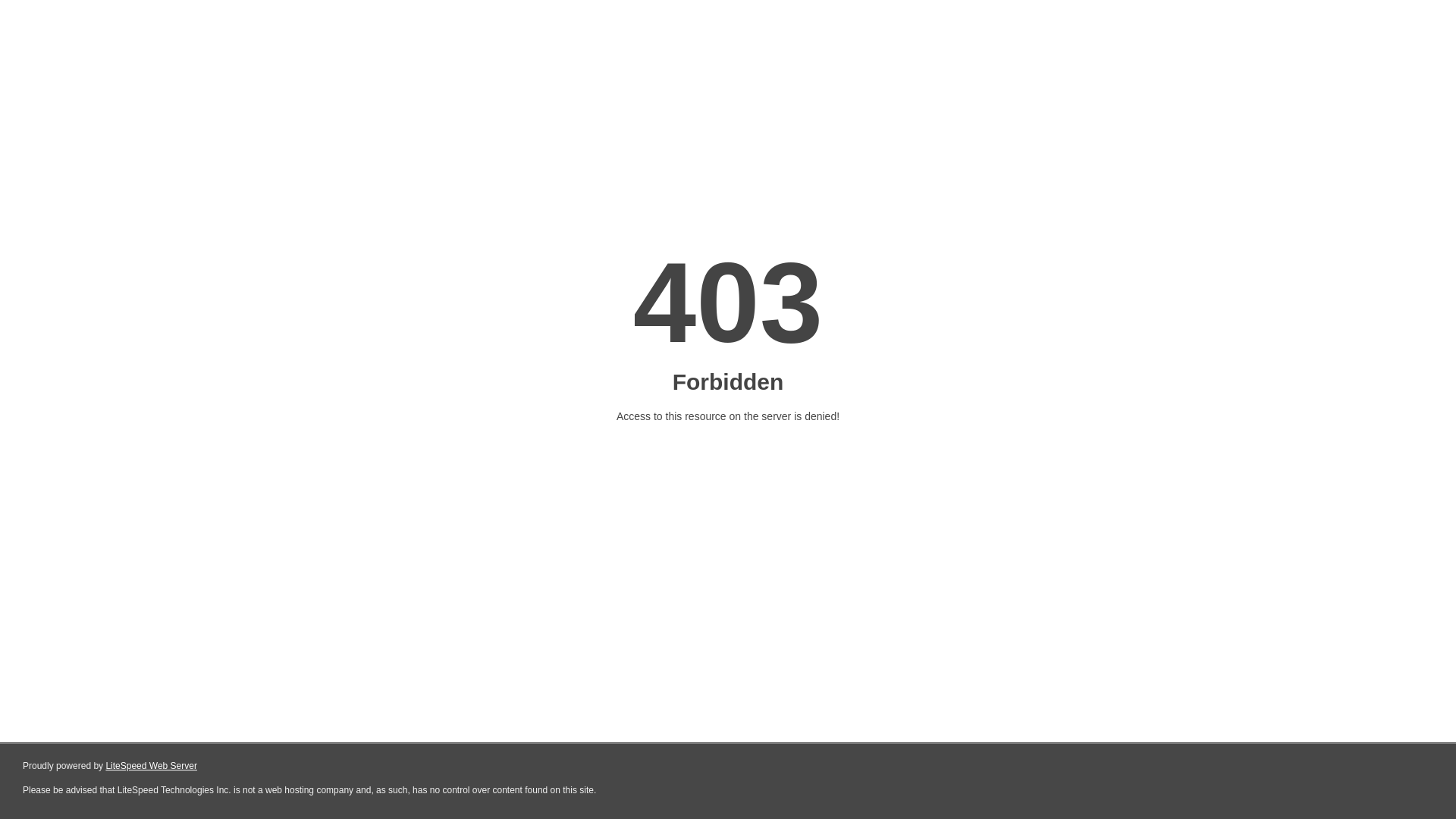 This screenshot has width=1456, height=819. Describe the element at coordinates (151, 766) in the screenshot. I see `'LiteSpeed Web Server'` at that location.